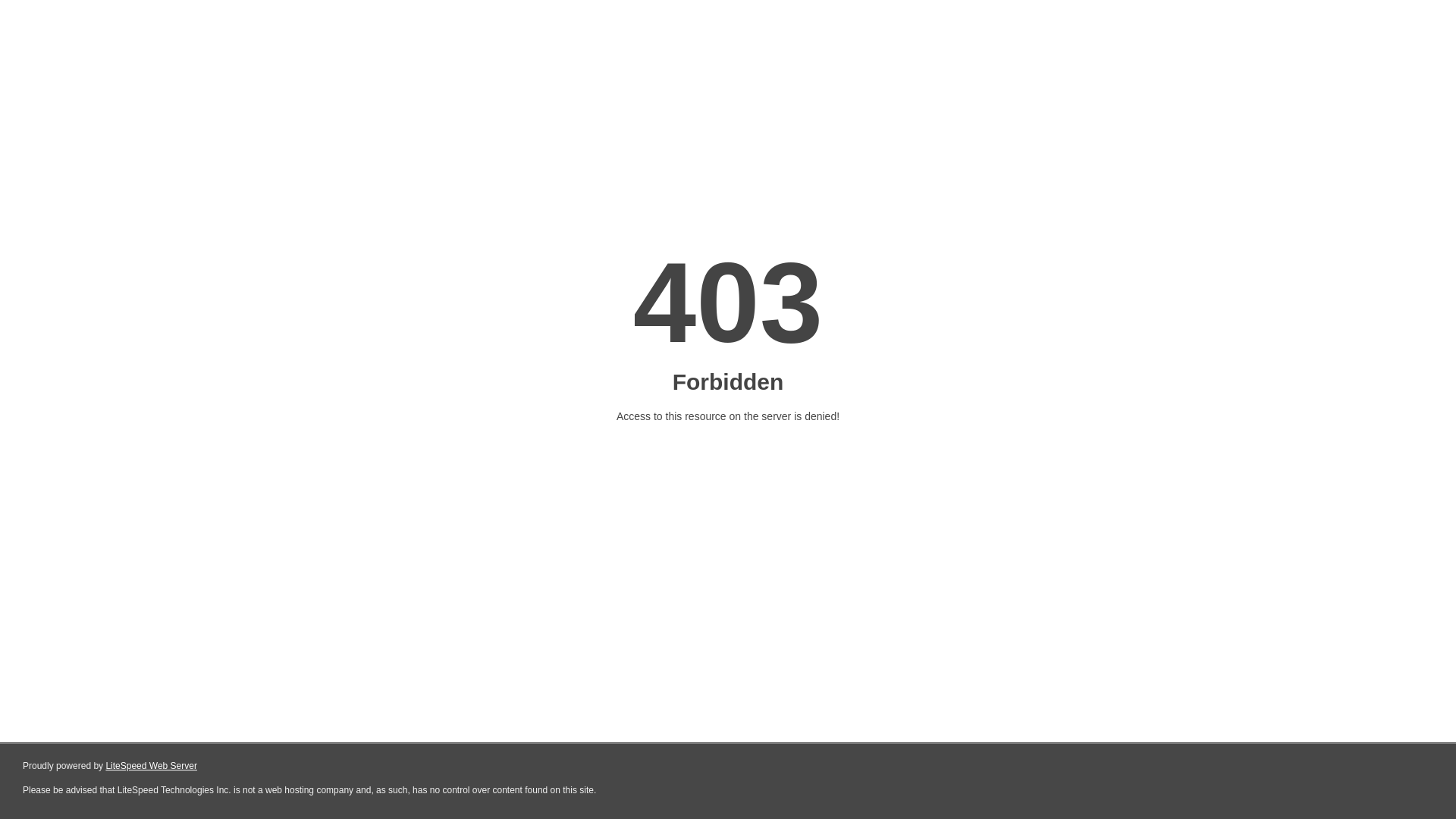 This screenshot has width=1456, height=819. Describe the element at coordinates (151, 766) in the screenshot. I see `'LiteSpeed Web Server'` at that location.